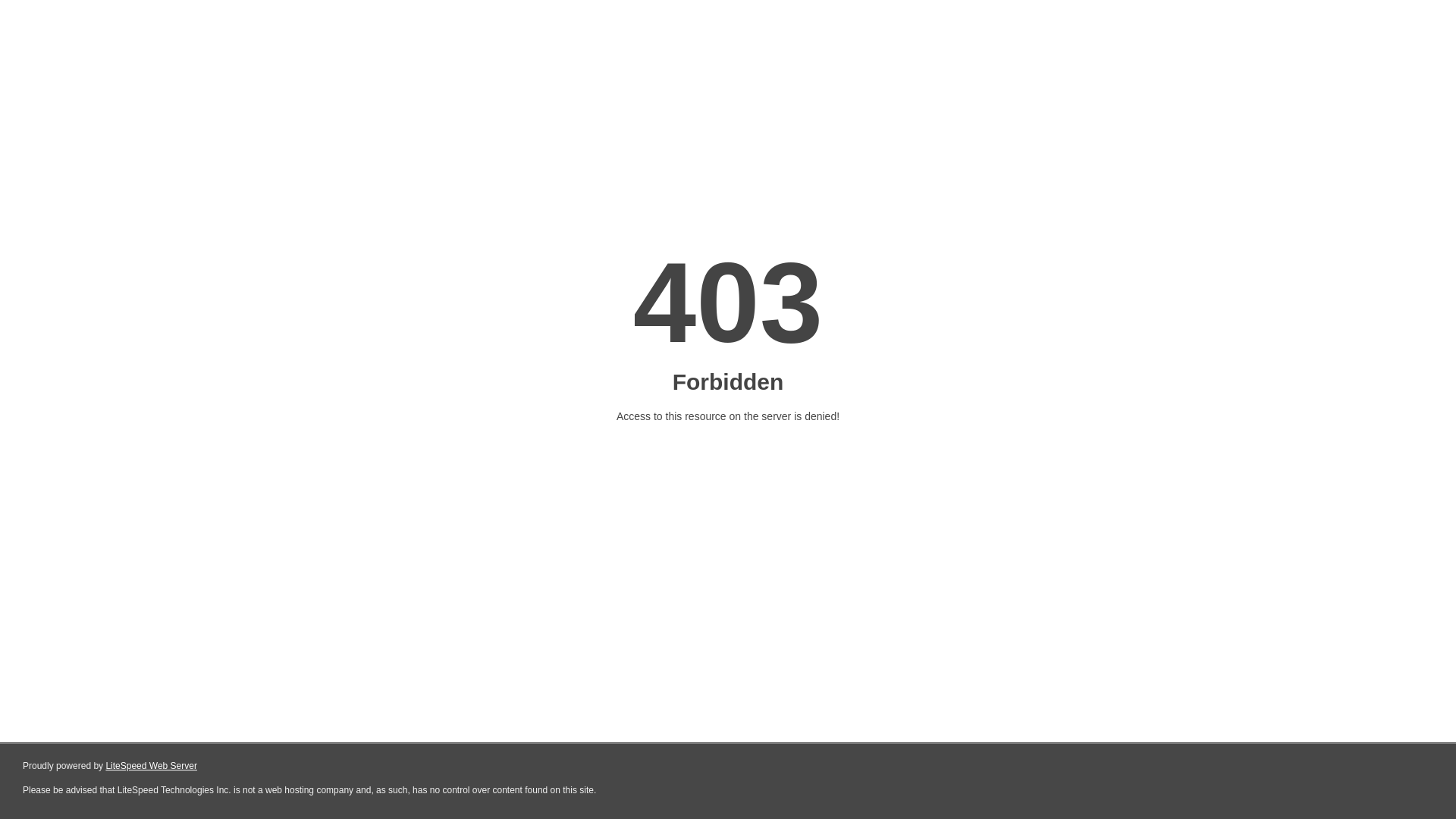 This screenshot has width=1456, height=819. Describe the element at coordinates (151, 766) in the screenshot. I see `'LiteSpeed Web Server'` at that location.